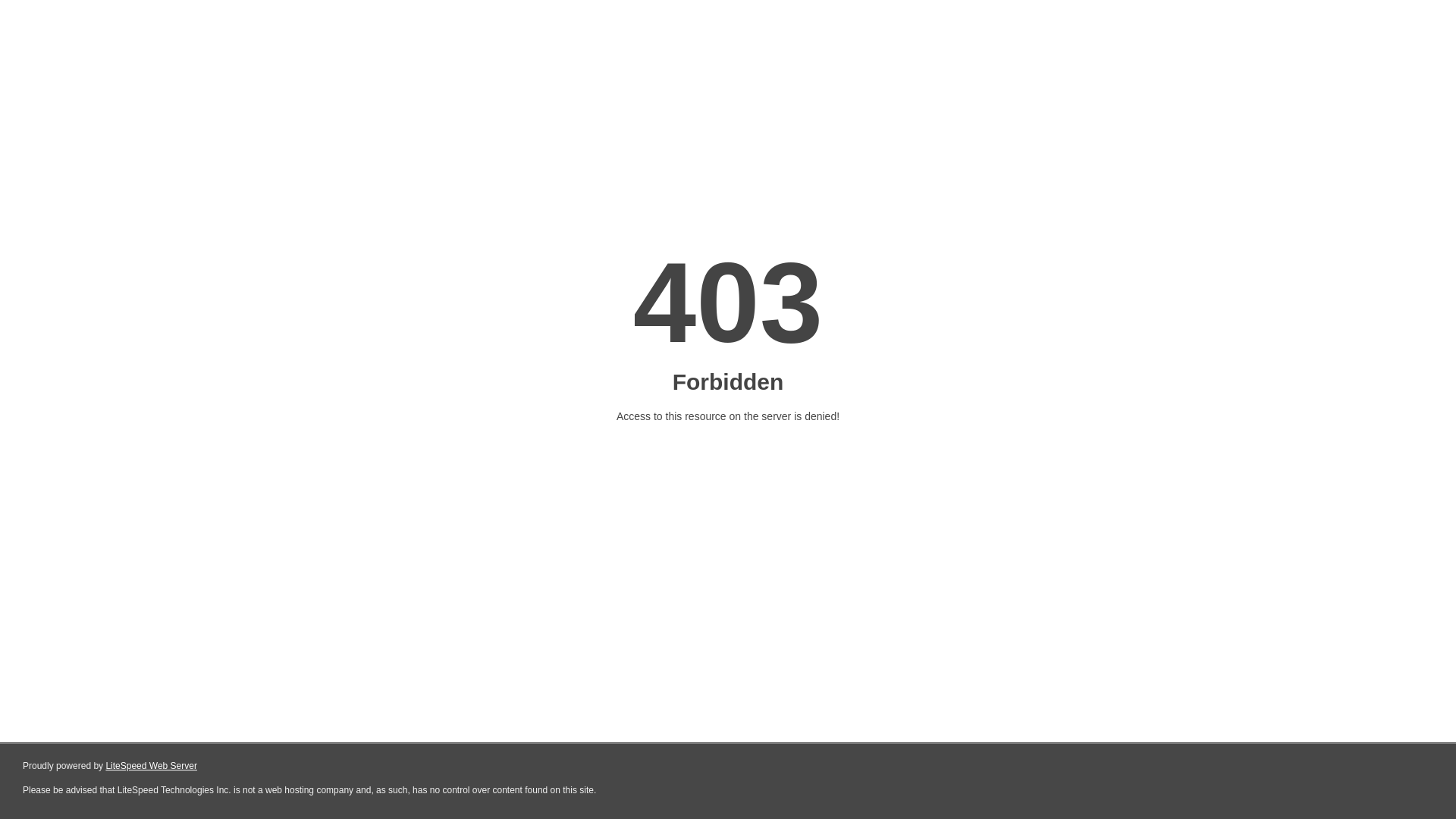 This screenshot has width=1456, height=819. Describe the element at coordinates (151, 766) in the screenshot. I see `'LiteSpeed Web Server'` at that location.